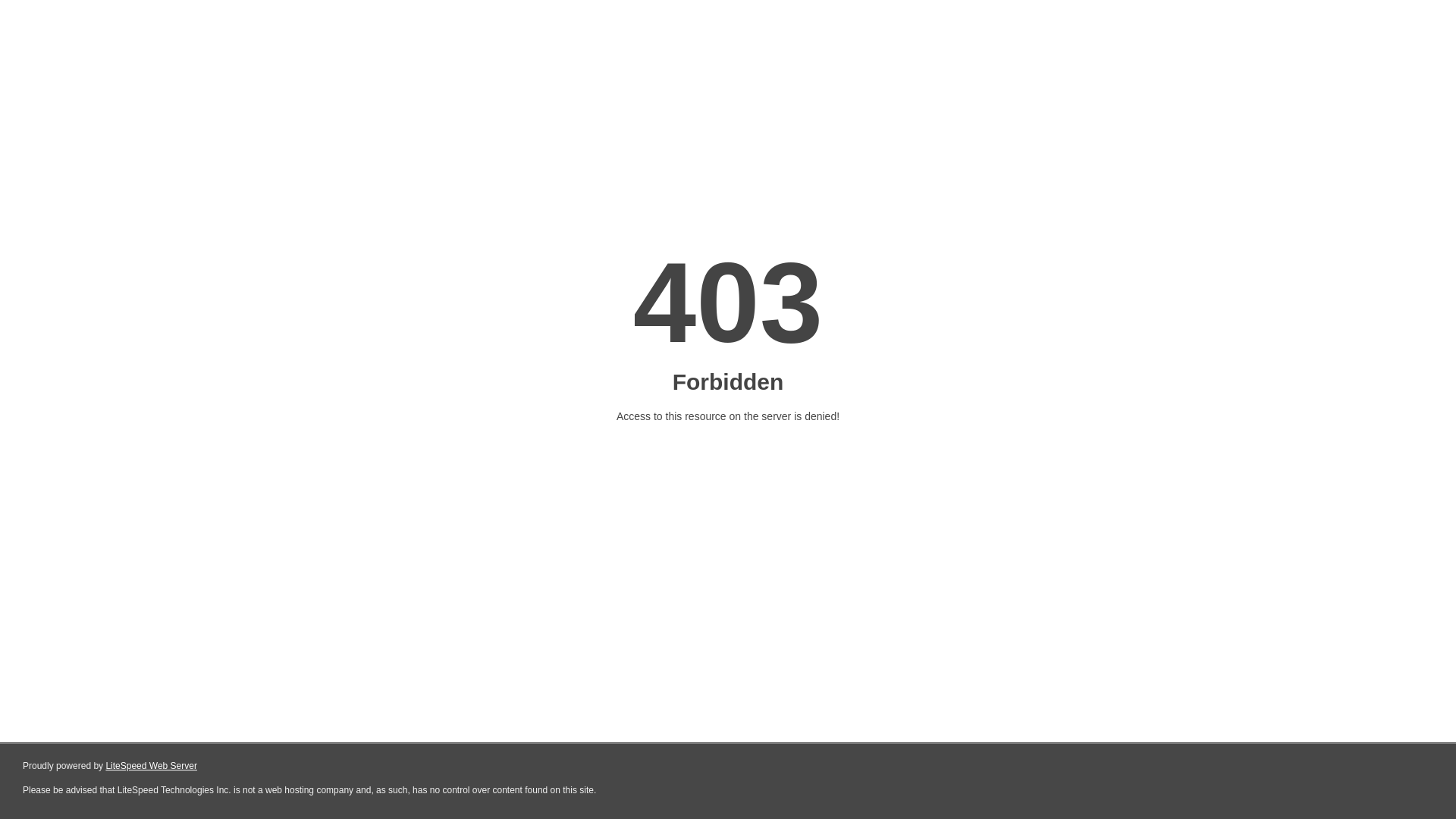 This screenshot has width=1456, height=819. Describe the element at coordinates (151, 766) in the screenshot. I see `'LiteSpeed Web Server'` at that location.